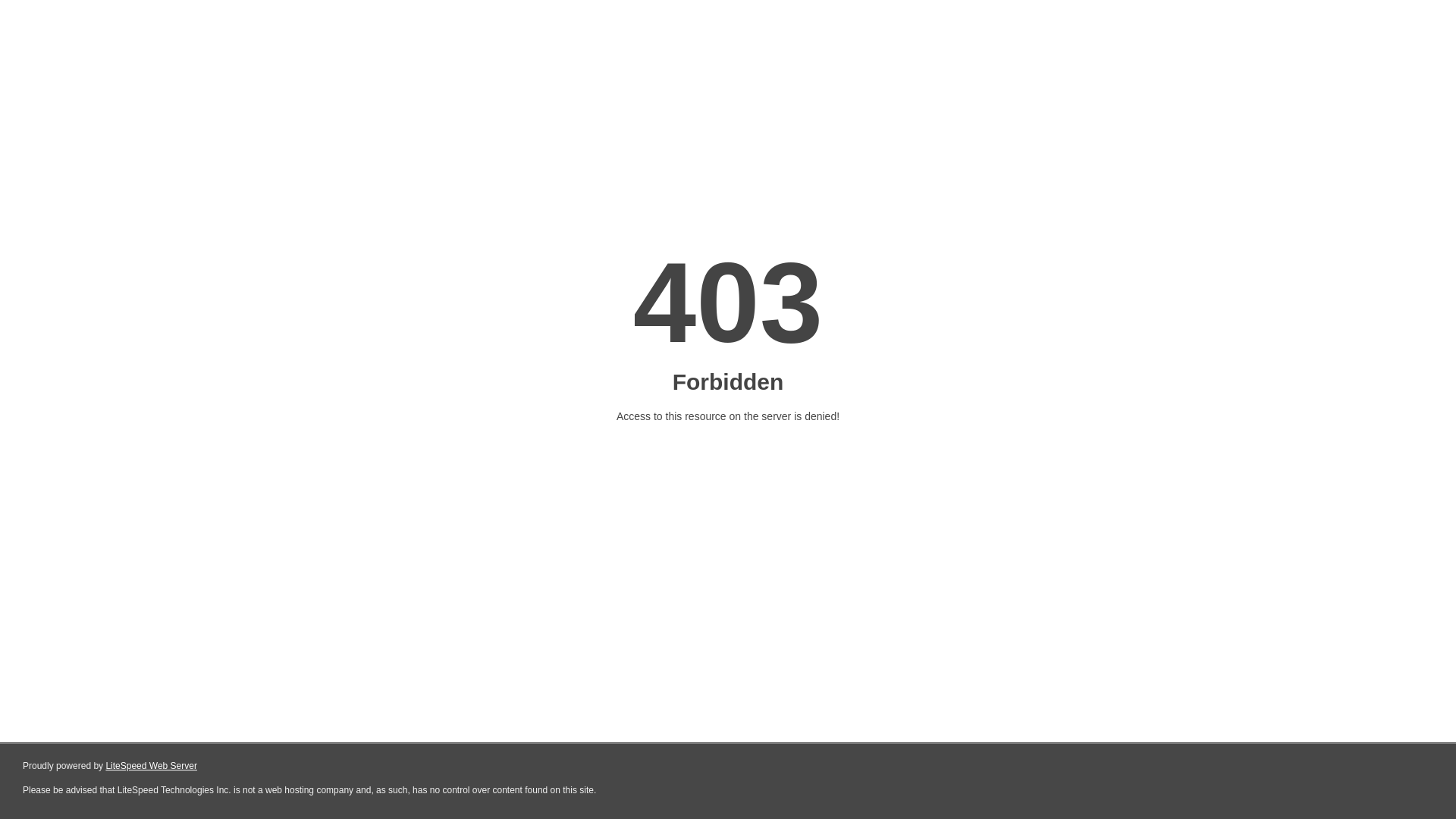 This screenshot has width=1456, height=819. Describe the element at coordinates (151, 766) in the screenshot. I see `'LiteSpeed Web Server'` at that location.